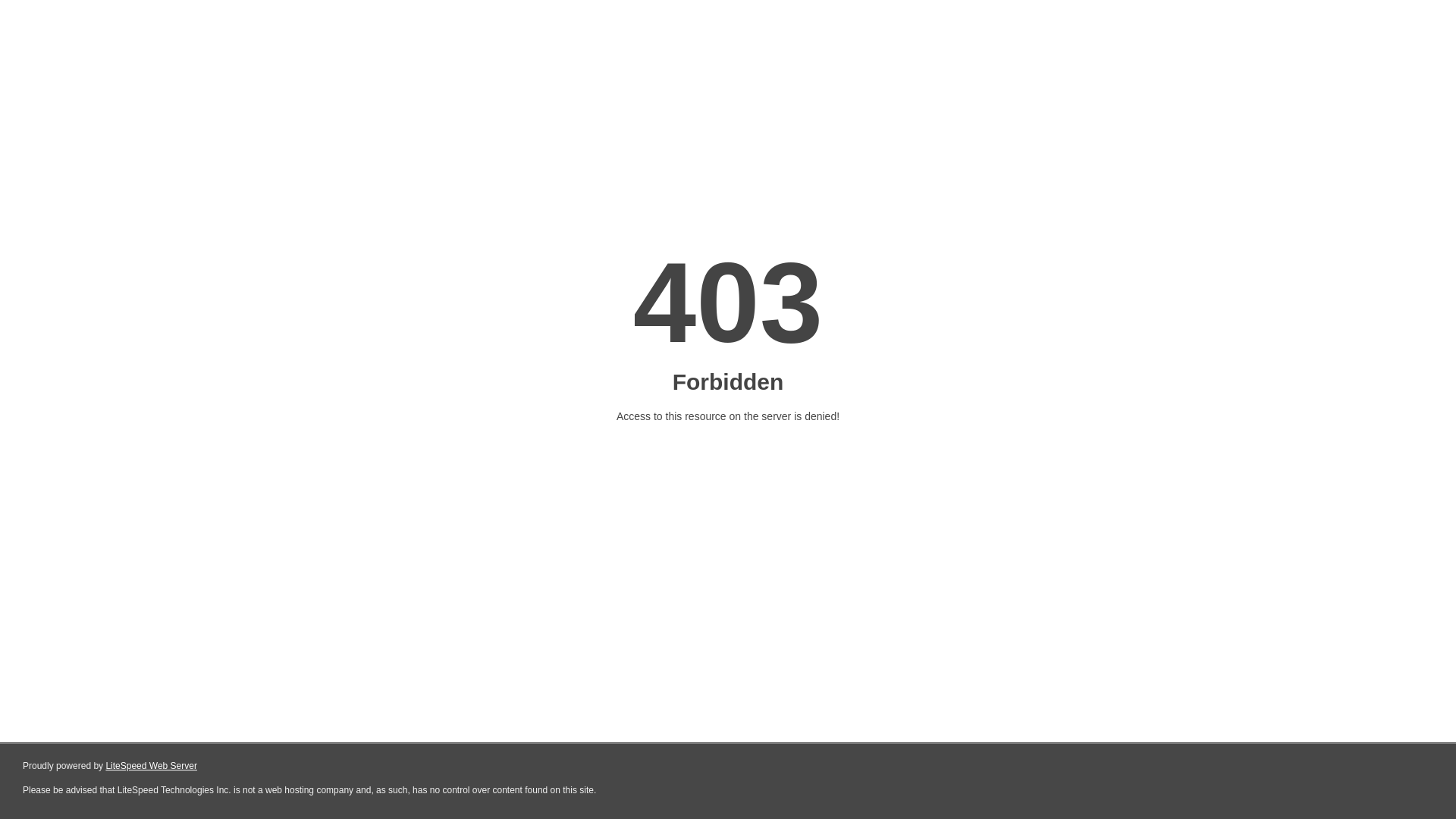 This screenshot has width=1456, height=819. Describe the element at coordinates (151, 766) in the screenshot. I see `'LiteSpeed Web Server'` at that location.